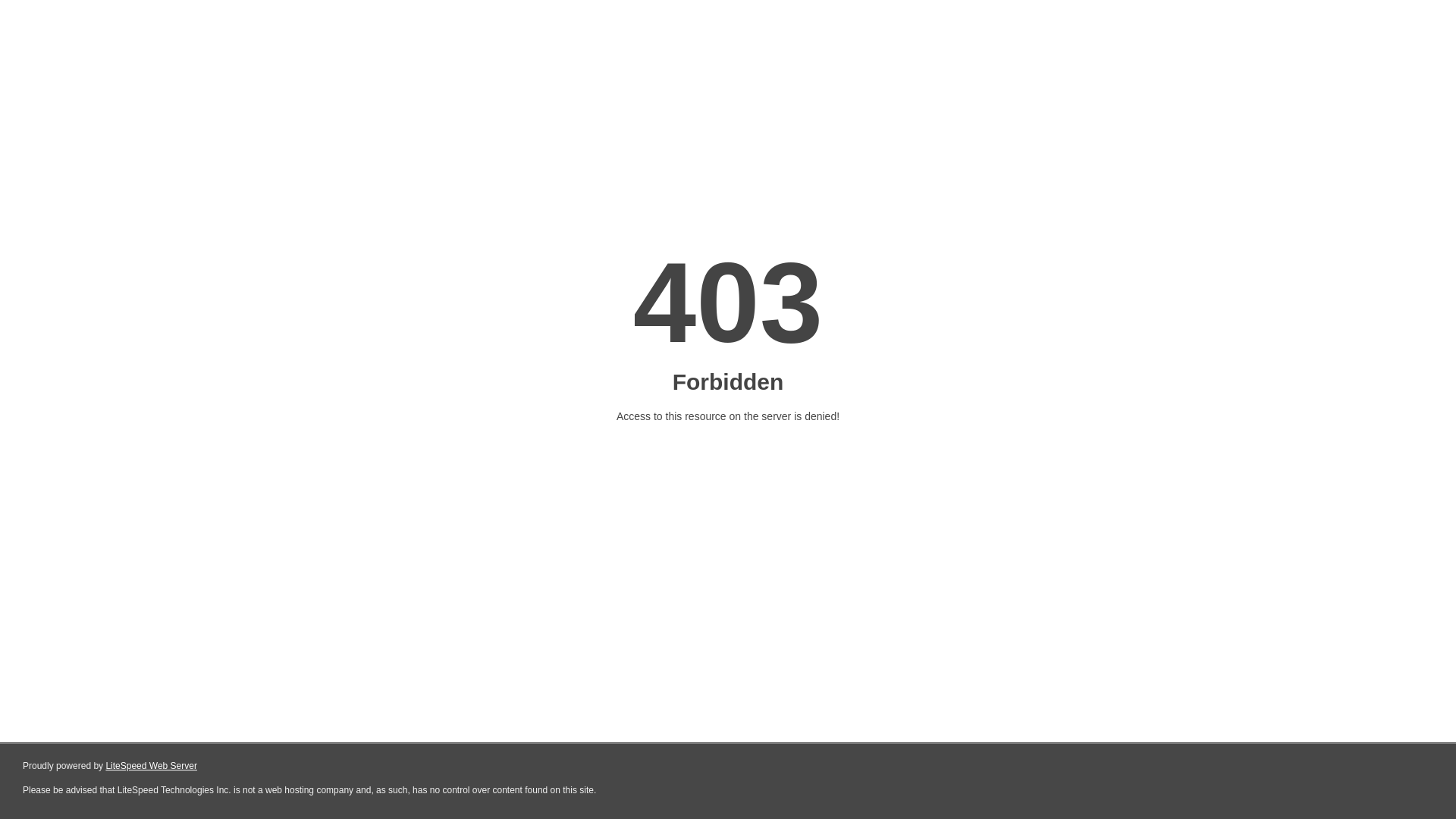 This screenshot has width=1456, height=819. Describe the element at coordinates (151, 766) in the screenshot. I see `'LiteSpeed Web Server'` at that location.